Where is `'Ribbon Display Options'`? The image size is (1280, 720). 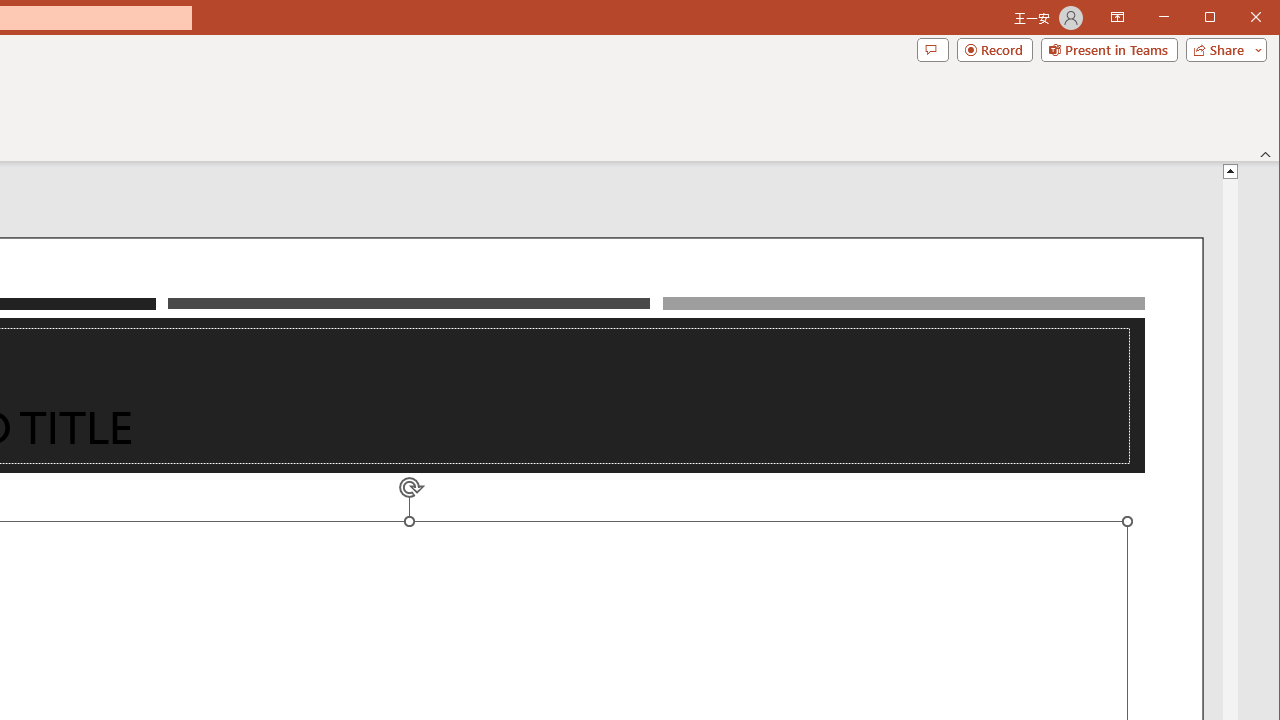 'Ribbon Display Options' is located at coordinates (1116, 18).